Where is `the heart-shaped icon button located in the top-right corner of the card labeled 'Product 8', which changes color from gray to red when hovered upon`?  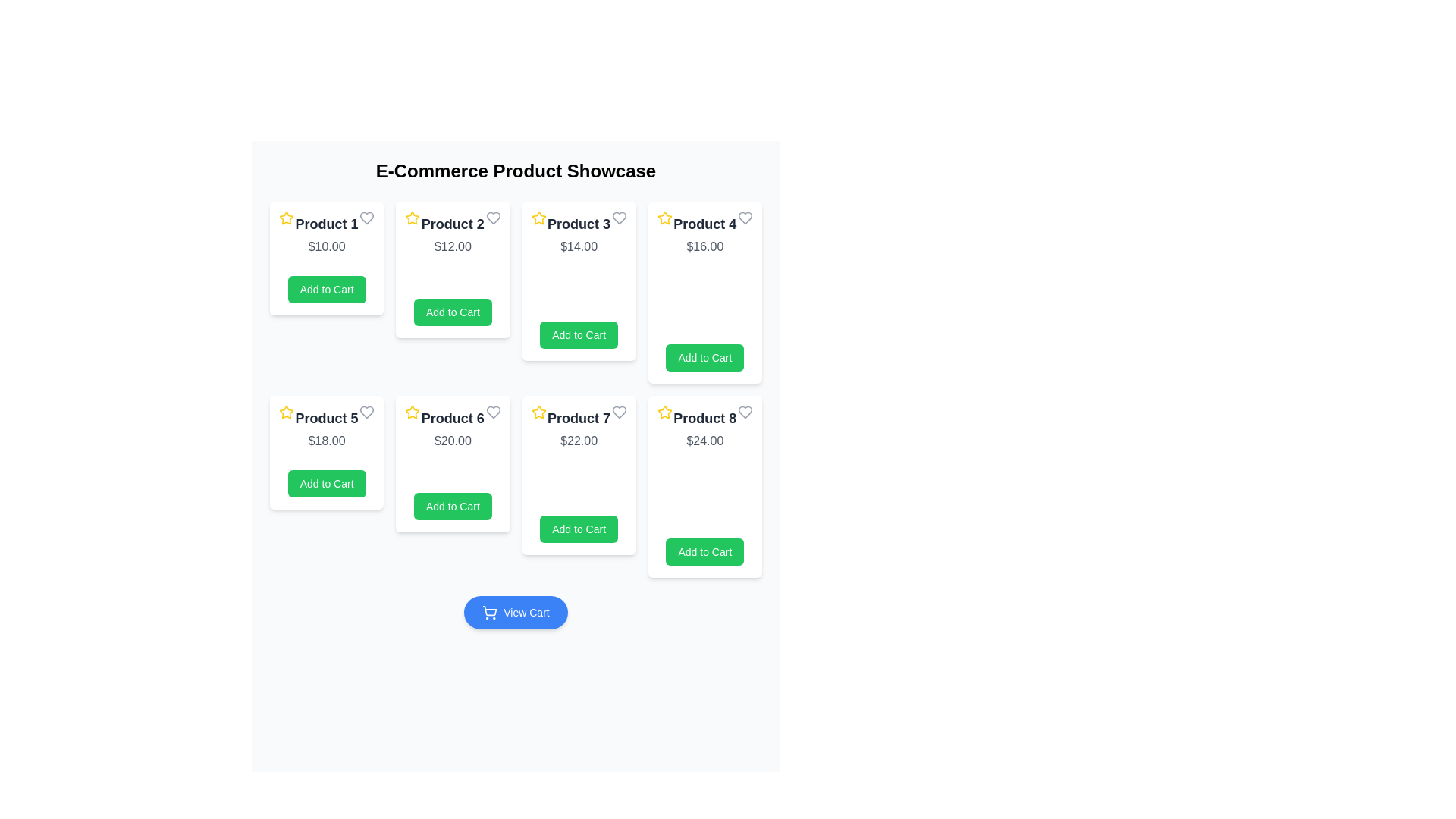 the heart-shaped icon button located in the top-right corner of the card labeled 'Product 8', which changes color from gray to red when hovered upon is located at coordinates (745, 412).